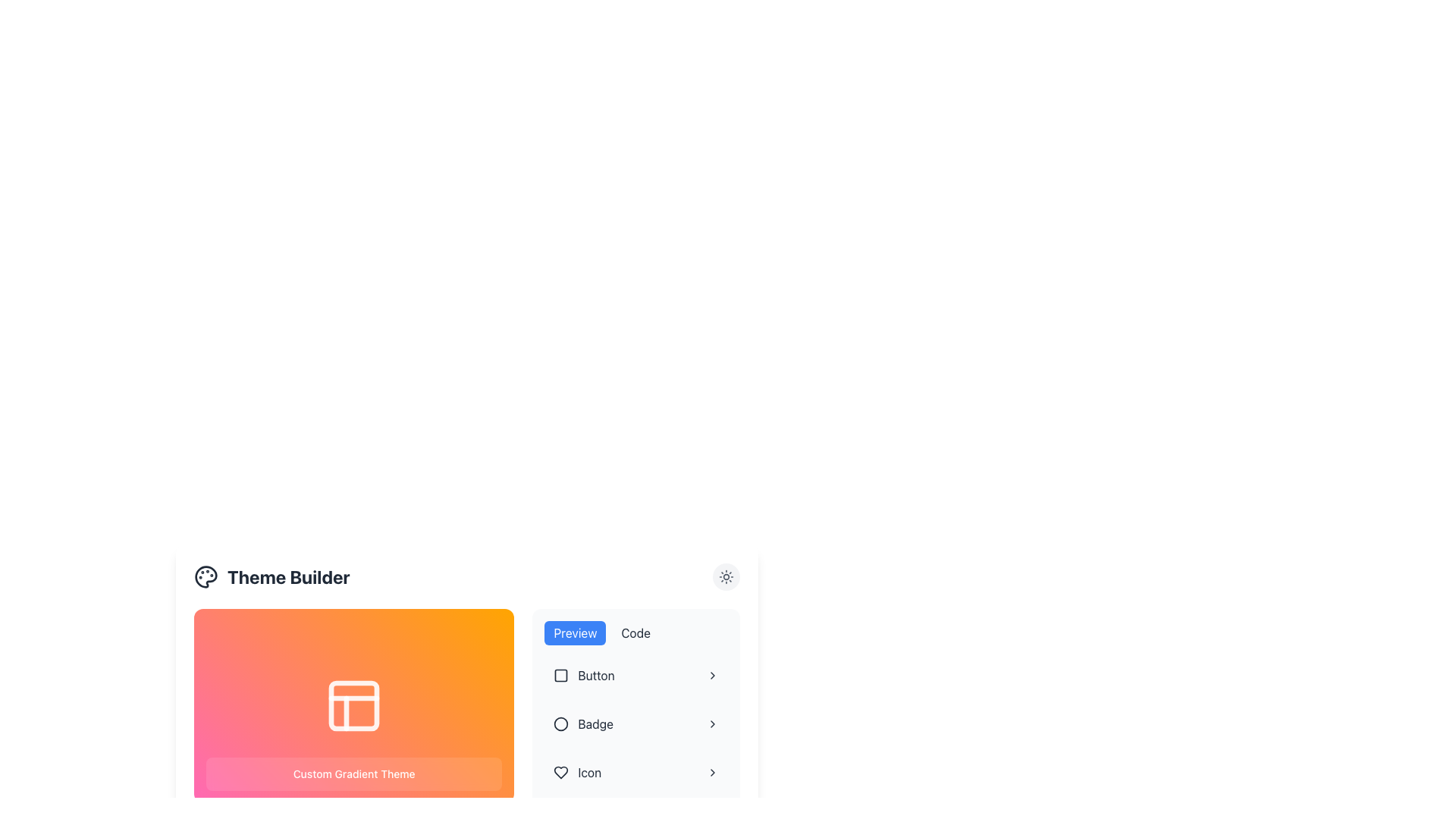 The image size is (1456, 819). I want to click on the text label displaying 'Badge', so click(595, 723).